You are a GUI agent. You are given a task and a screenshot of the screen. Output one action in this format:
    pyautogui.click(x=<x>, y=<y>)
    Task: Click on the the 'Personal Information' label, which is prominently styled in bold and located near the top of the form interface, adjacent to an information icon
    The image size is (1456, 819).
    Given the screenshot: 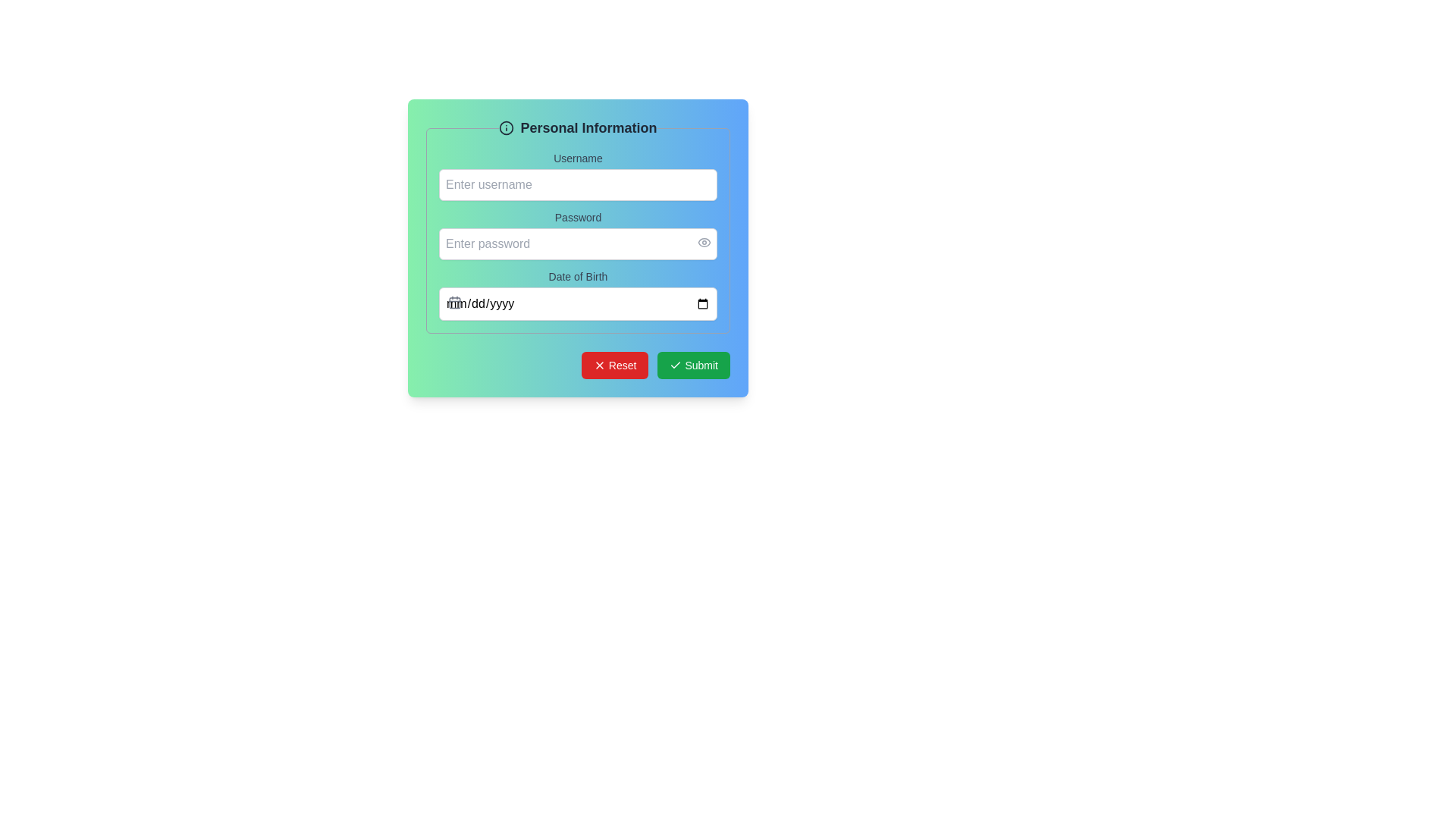 What is the action you would take?
    pyautogui.click(x=588, y=127)
    